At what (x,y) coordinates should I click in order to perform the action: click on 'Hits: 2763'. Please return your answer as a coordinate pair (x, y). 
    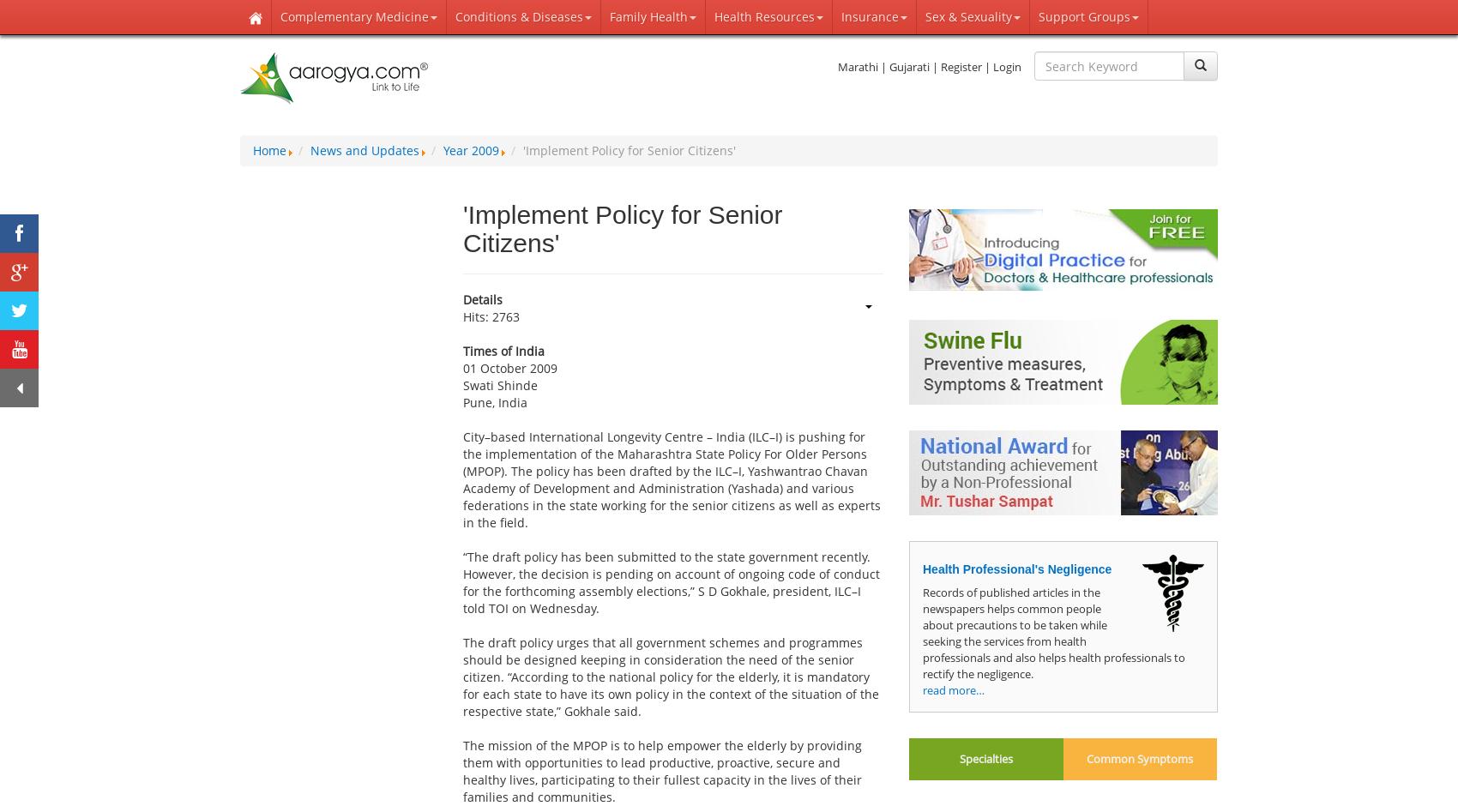
    Looking at the image, I should click on (461, 316).